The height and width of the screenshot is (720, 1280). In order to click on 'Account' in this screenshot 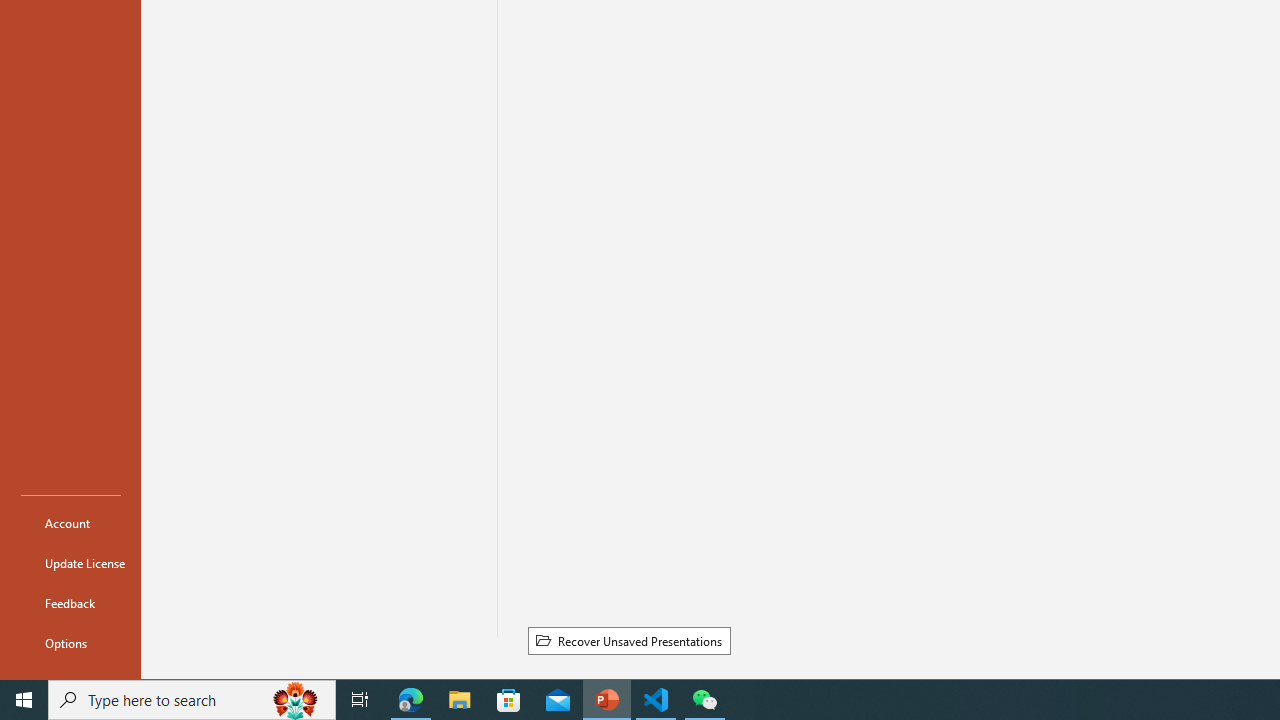, I will do `click(71, 522)`.